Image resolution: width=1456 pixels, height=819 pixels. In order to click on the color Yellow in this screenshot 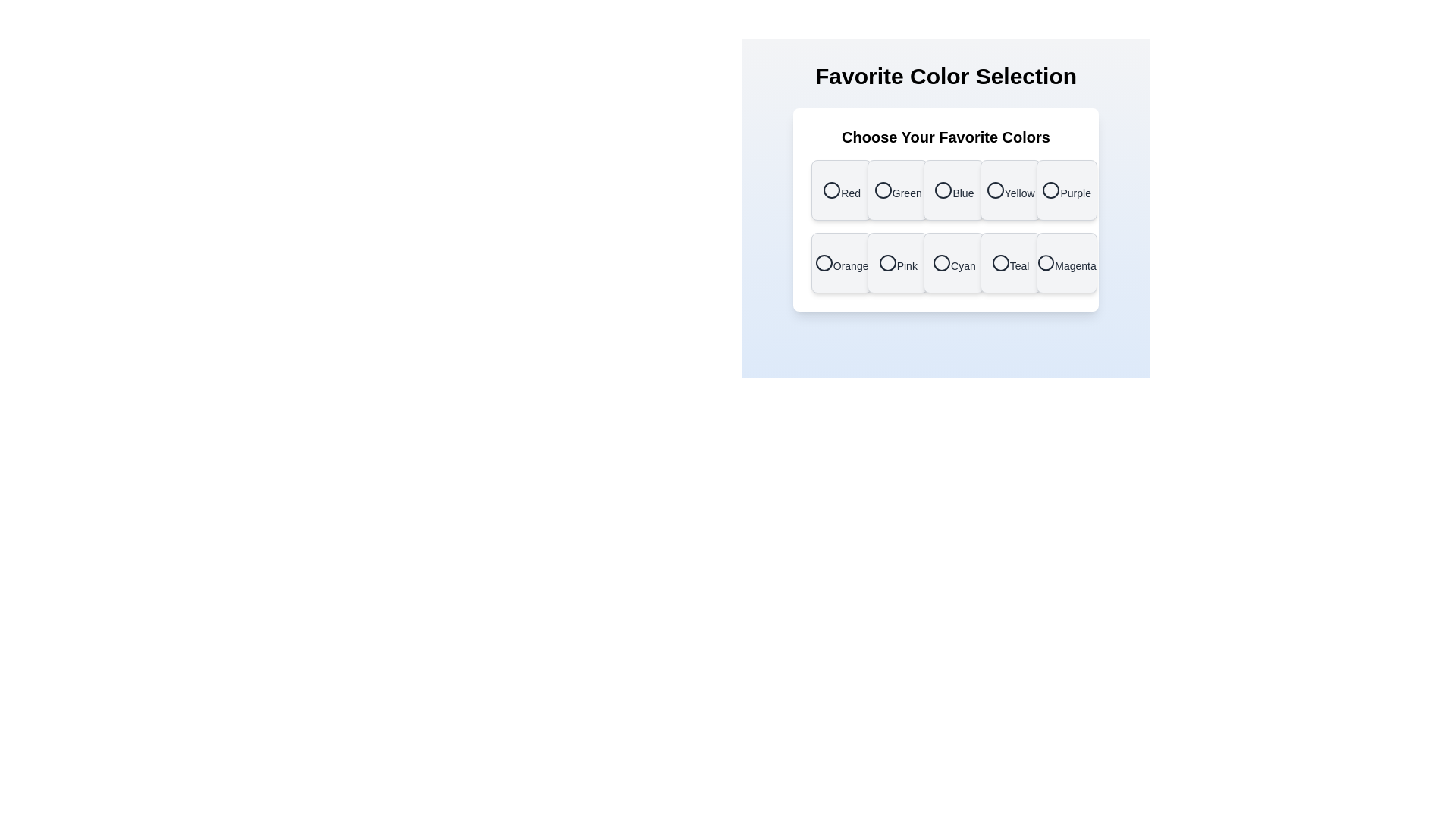, I will do `click(1010, 189)`.